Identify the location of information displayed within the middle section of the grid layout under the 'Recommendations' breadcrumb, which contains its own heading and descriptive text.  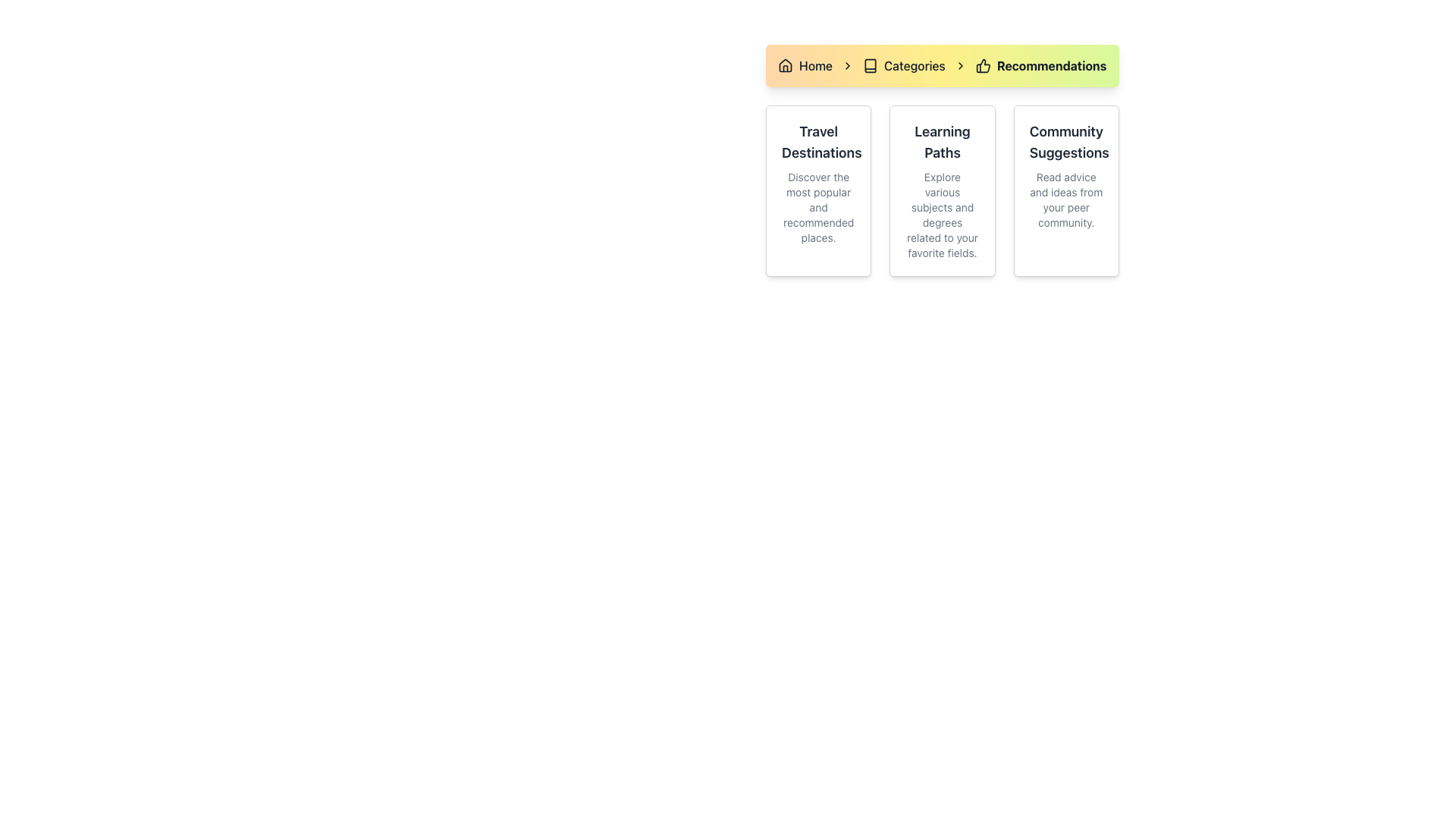
(942, 190).